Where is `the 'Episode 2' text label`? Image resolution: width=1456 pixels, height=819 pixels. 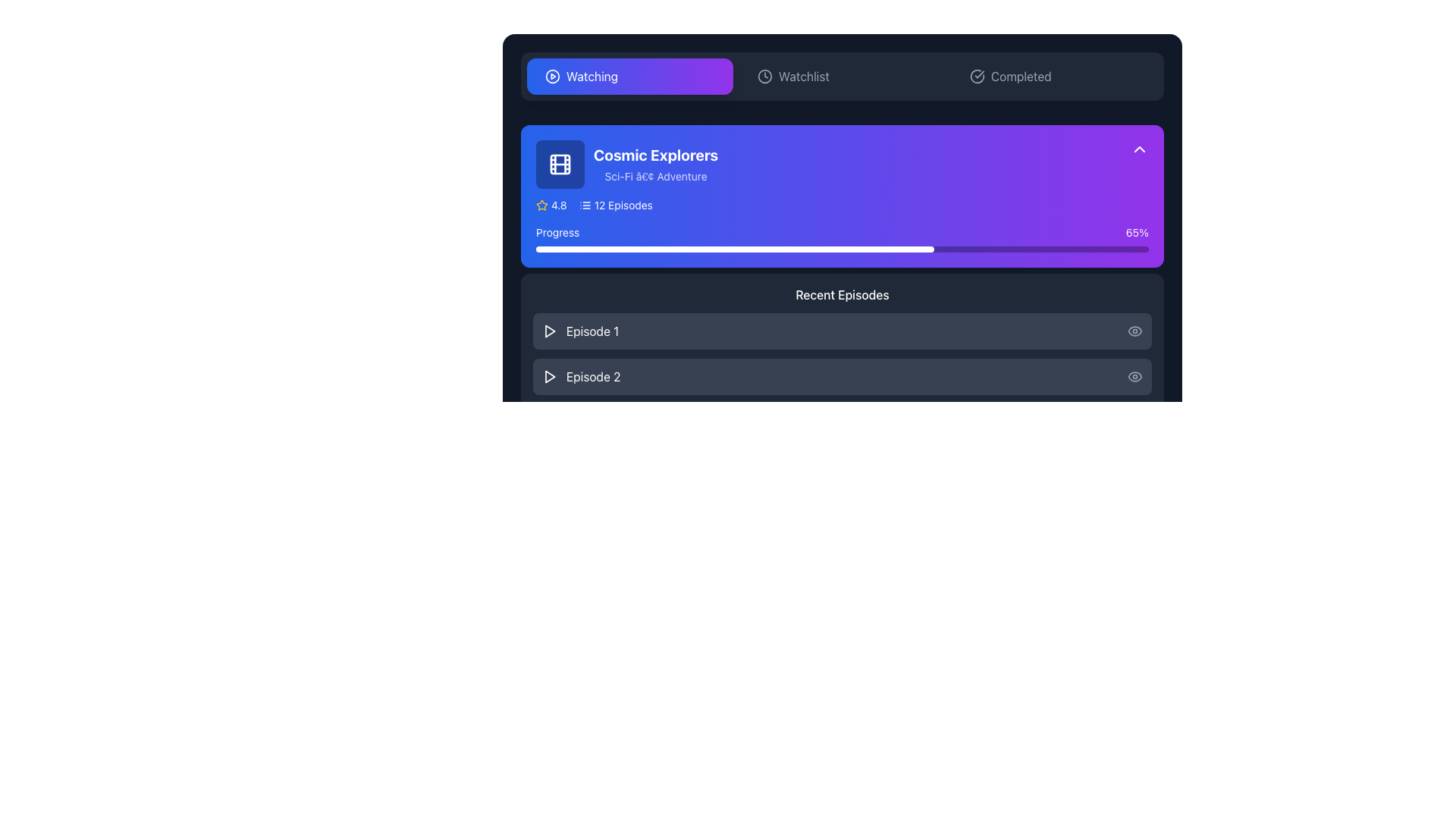
the 'Episode 2' text label is located at coordinates (592, 376).